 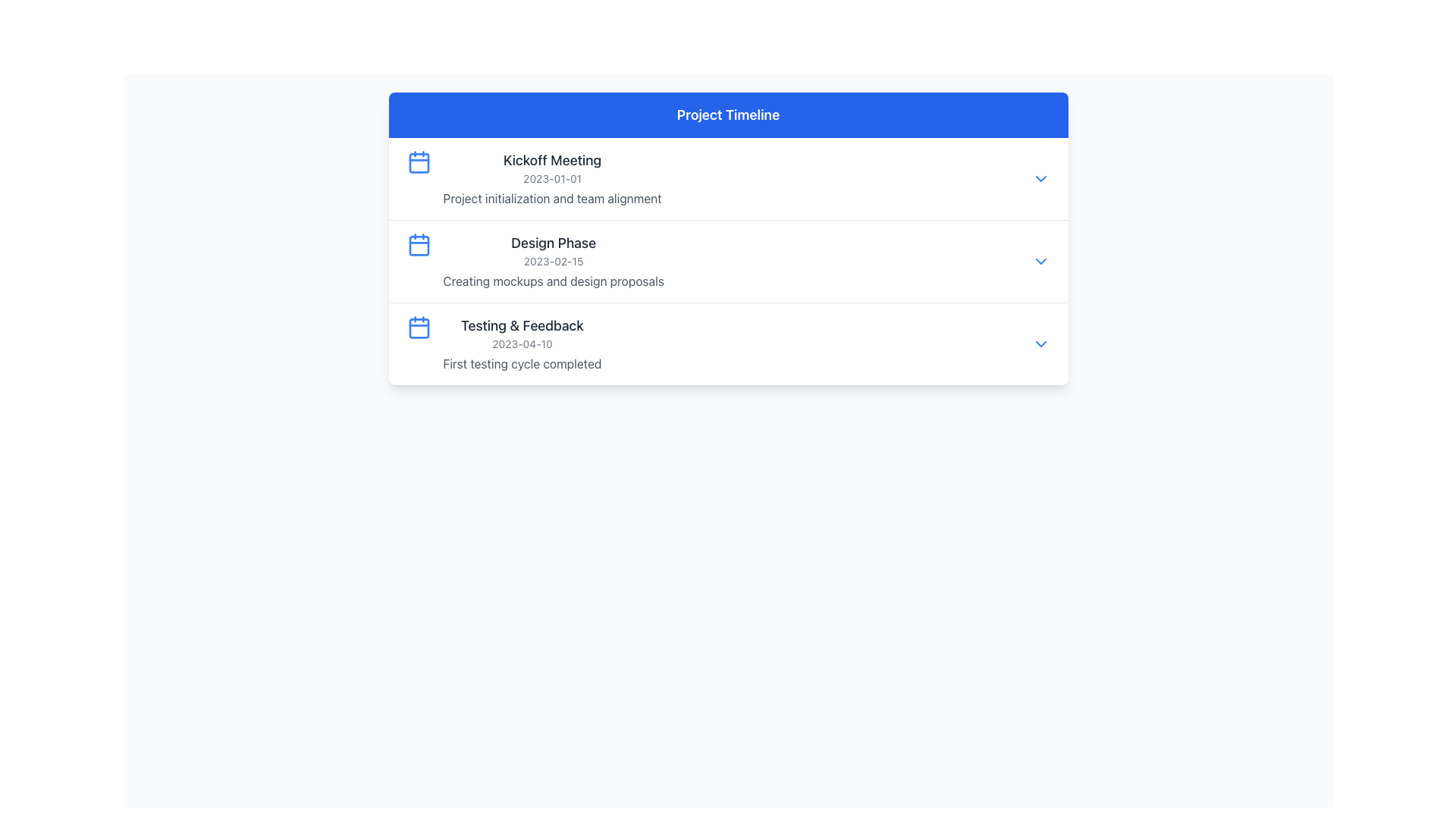 I want to click on the Text Display element that indicates the date of the 'Kickoff Meeting', which is located beneath the title 'Kickoff Meeting' and above the text 'Project initialization and team alignment', so click(x=551, y=177).